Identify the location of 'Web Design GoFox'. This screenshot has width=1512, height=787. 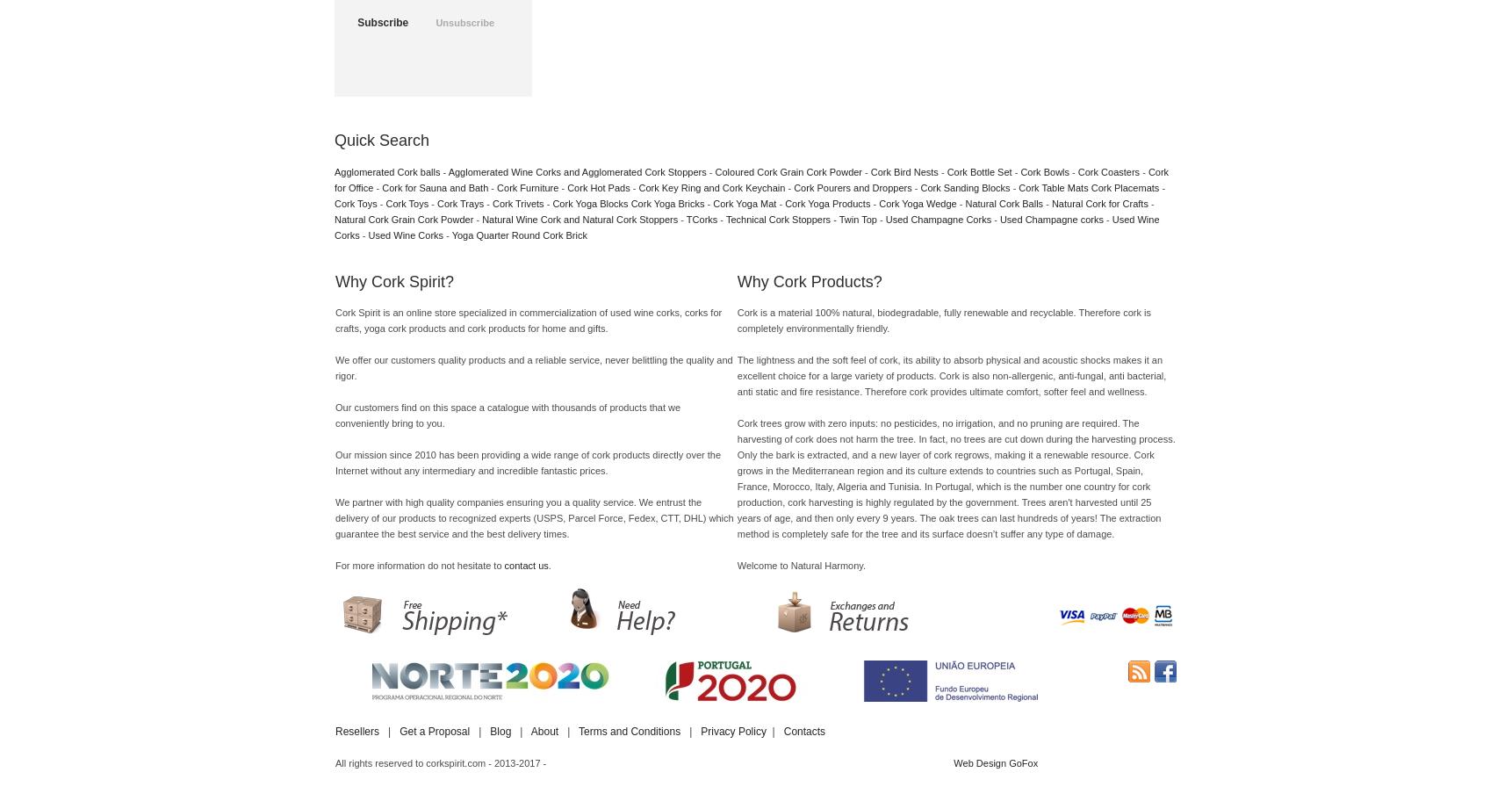
(953, 763).